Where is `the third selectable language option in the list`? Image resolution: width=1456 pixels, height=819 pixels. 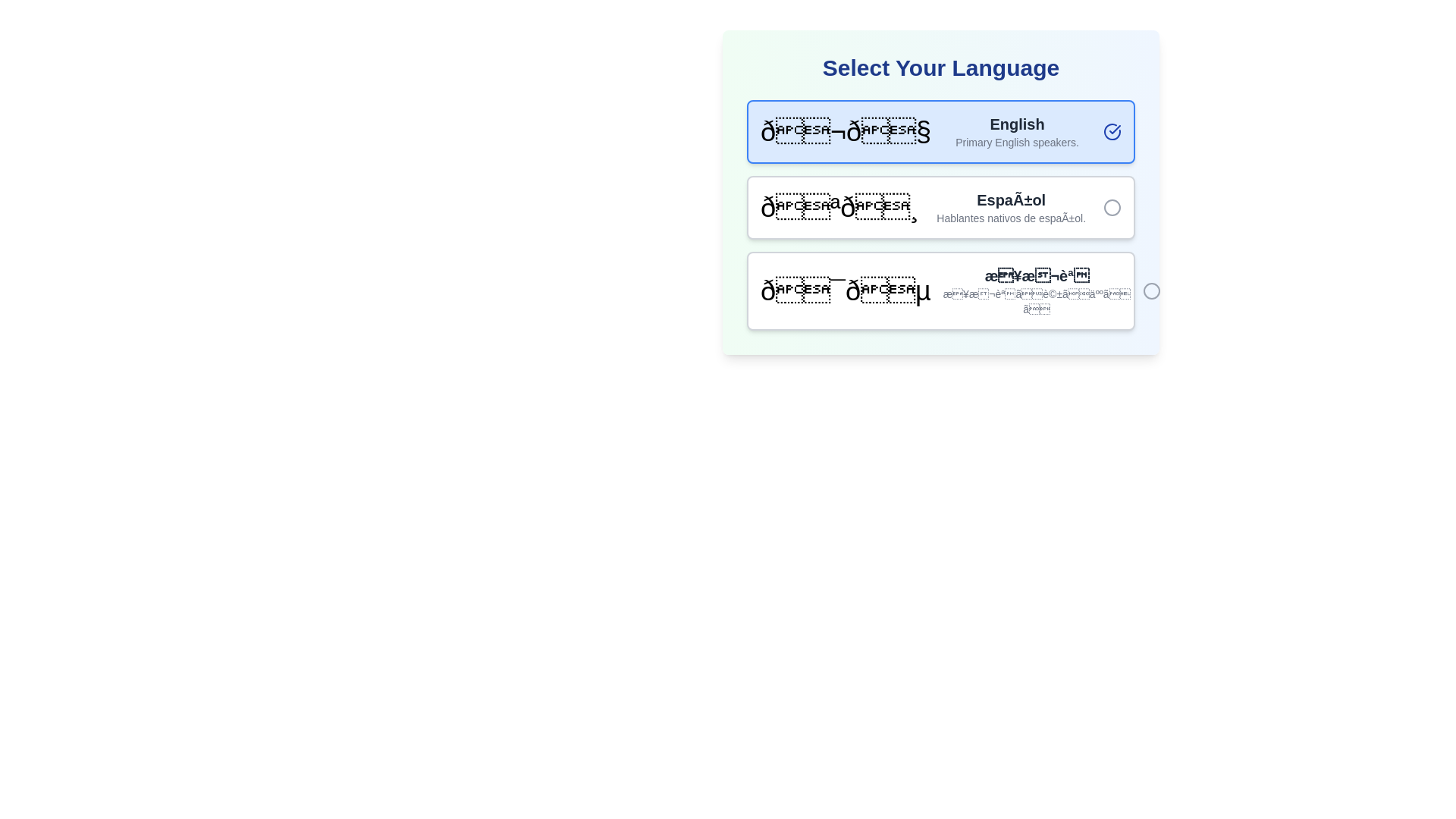 the third selectable language option in the list is located at coordinates (940, 291).